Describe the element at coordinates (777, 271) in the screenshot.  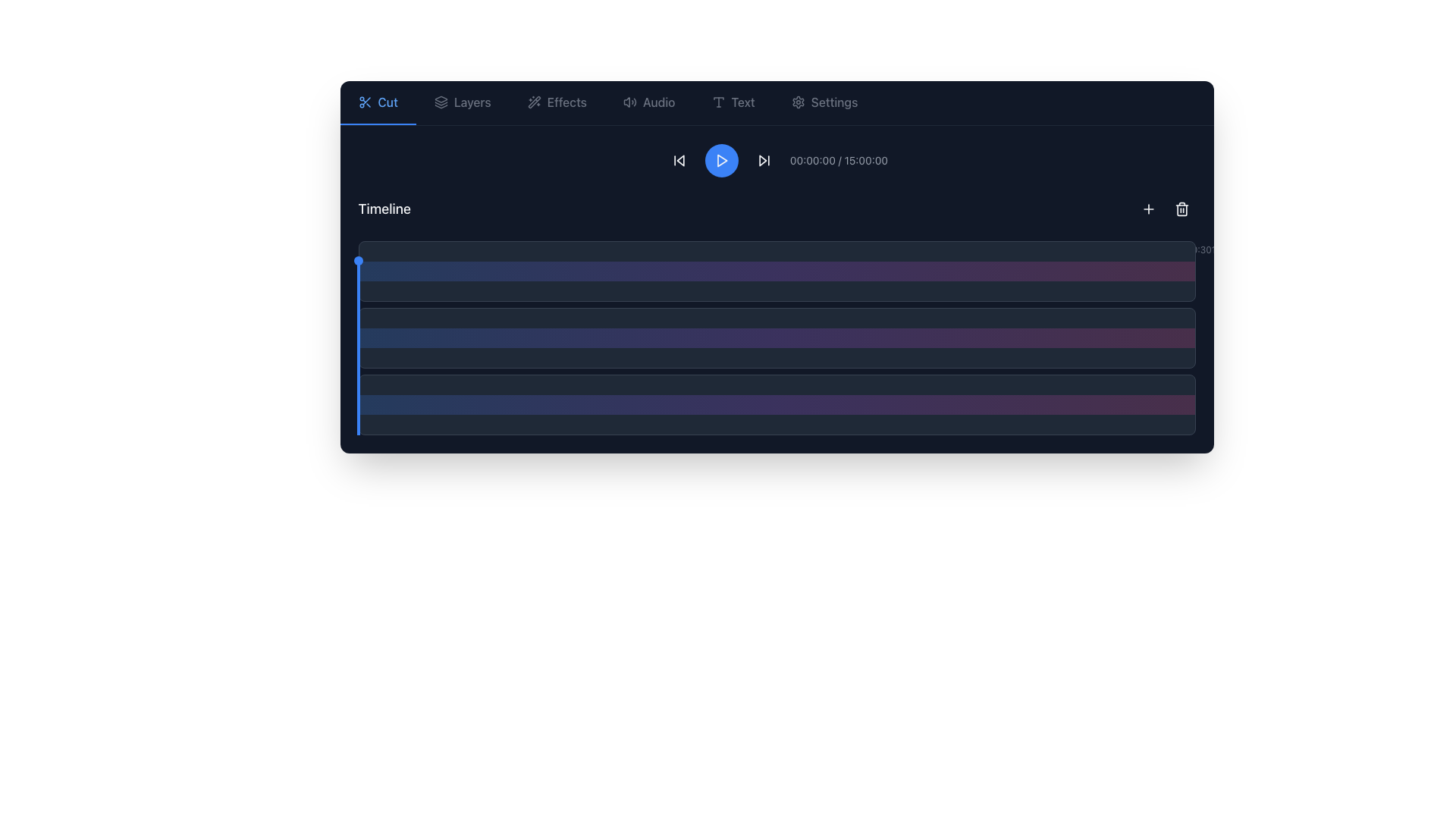
I see `the decorative or stylistic component that serves as a visual separator in the timeline interface, located horizontally centered at the top of the interface` at that location.